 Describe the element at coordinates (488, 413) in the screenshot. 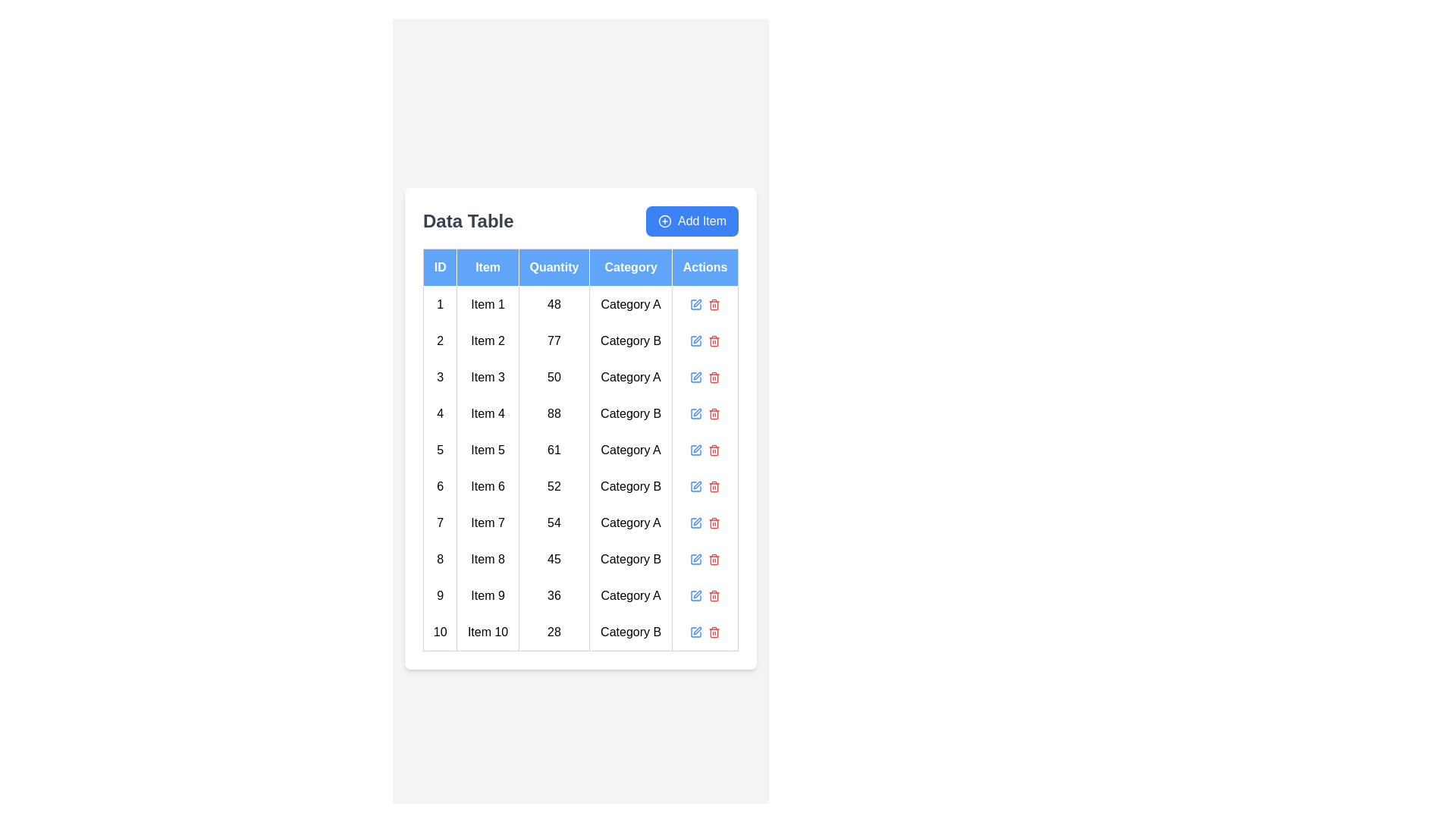

I see `the text label displaying 'Item 4' located in the second column of the fifth row of the data table, positioned between the numeric identifier '4' and the numeric value '88'` at that location.